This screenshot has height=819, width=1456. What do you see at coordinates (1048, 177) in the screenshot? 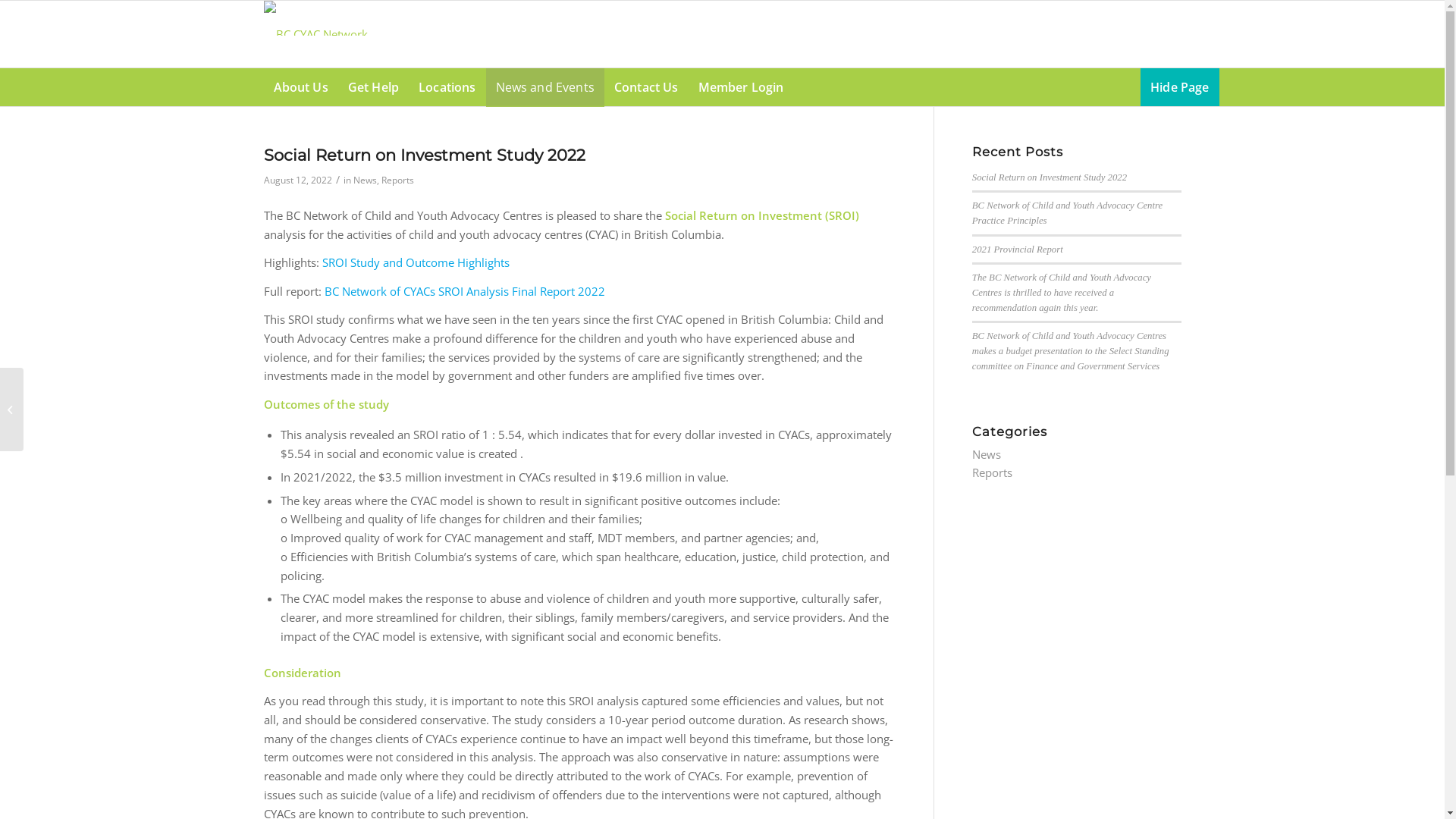
I see `'Social Return on Investment Study 2022'` at bounding box center [1048, 177].